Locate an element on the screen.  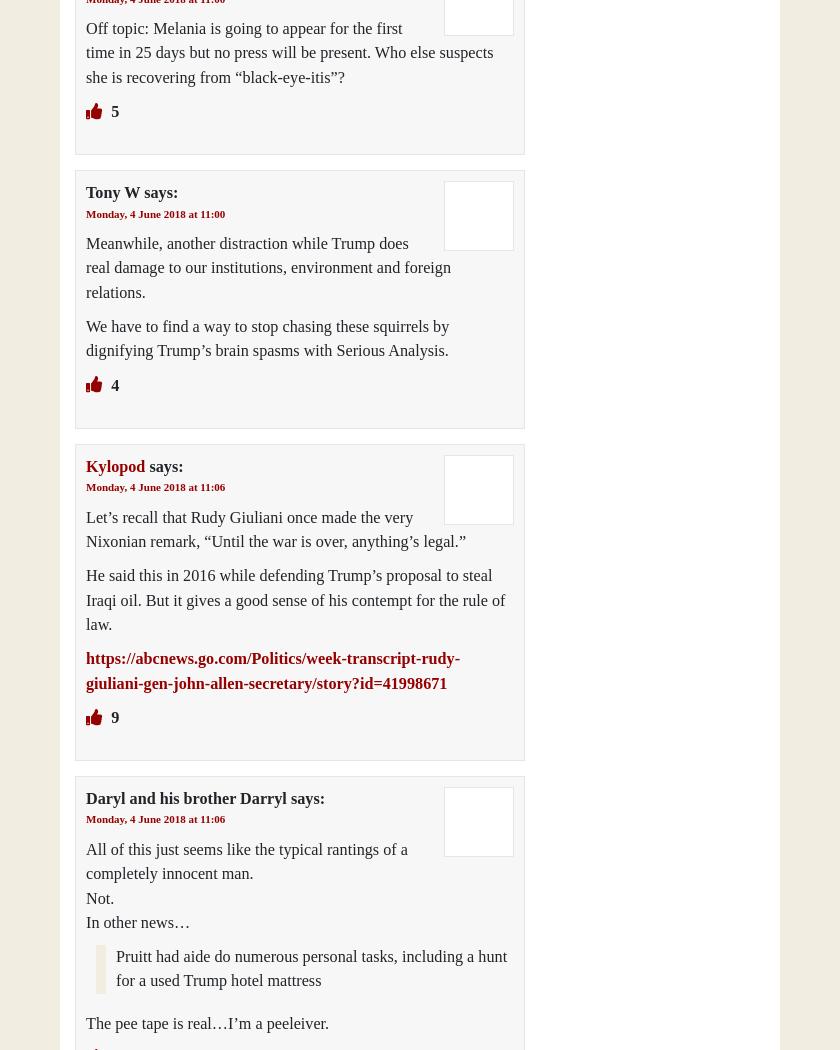
'He said this in 2016 while defending Trump’s proposal to steal Iraqi oil. But it gives a good sense of his contempt for the rule of law.' is located at coordinates (295, 598).